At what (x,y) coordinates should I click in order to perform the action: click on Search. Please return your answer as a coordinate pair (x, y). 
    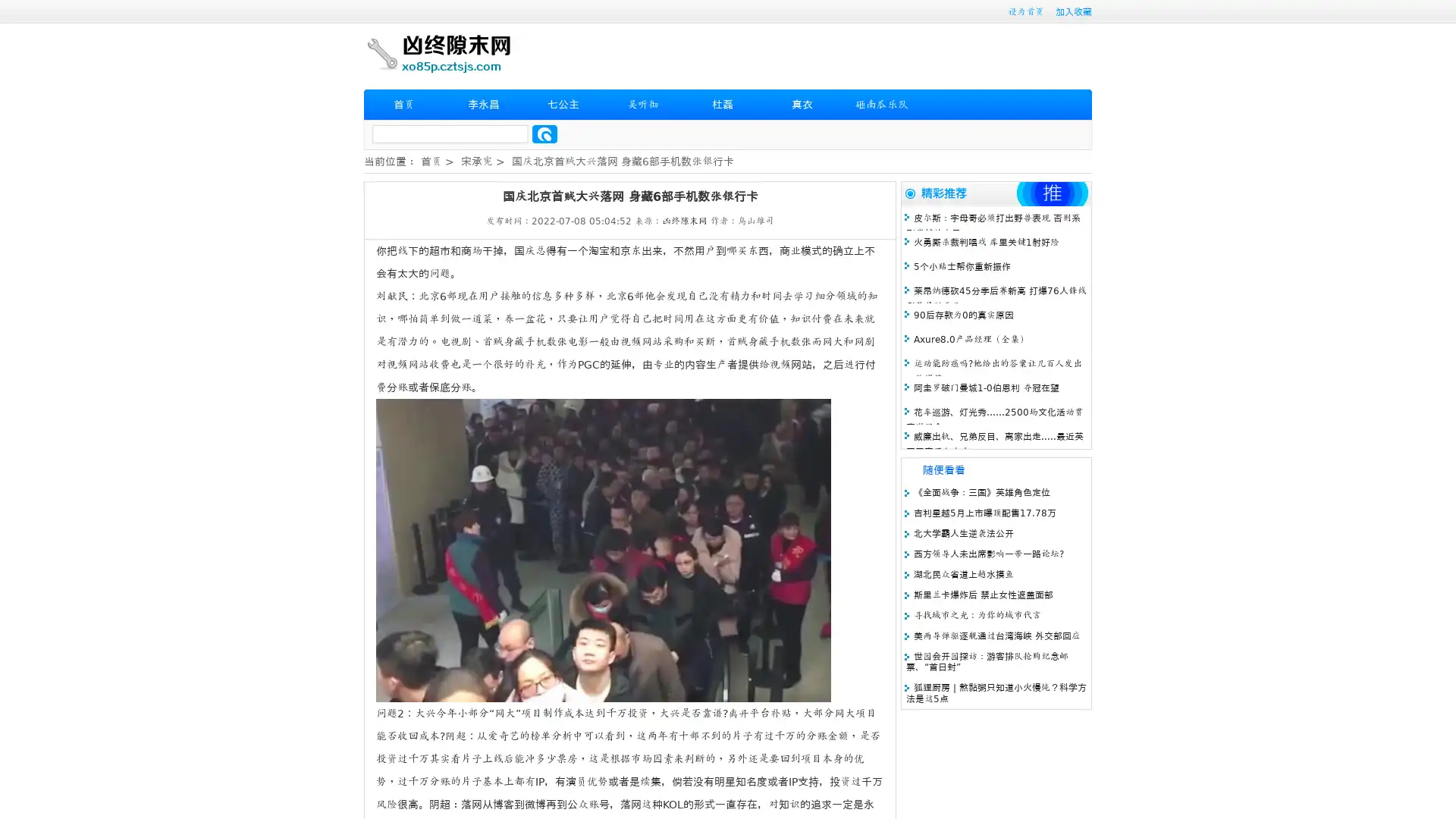
    Looking at the image, I should click on (544, 133).